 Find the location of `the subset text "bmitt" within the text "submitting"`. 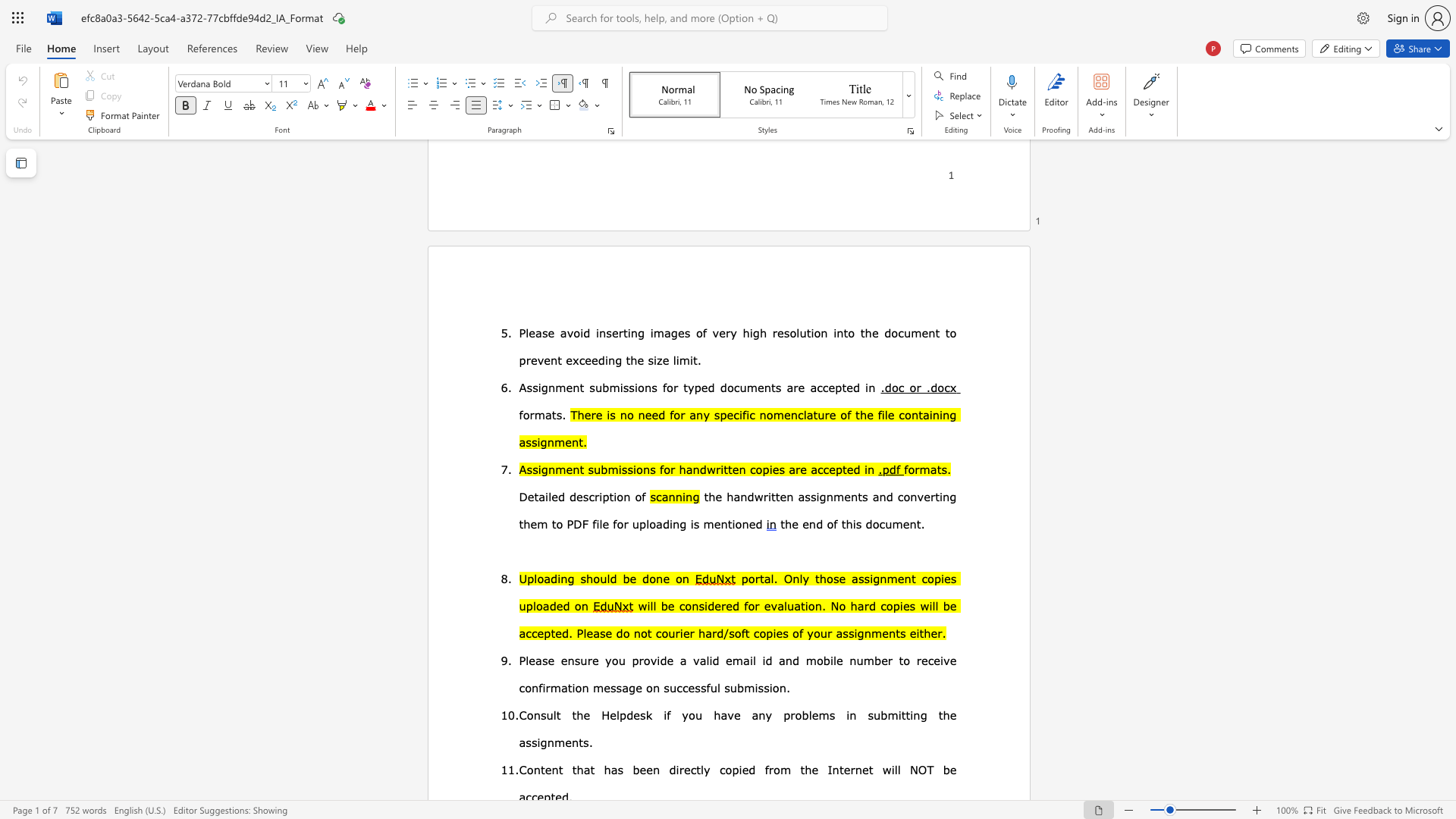

the subset text "bmitt" within the text "submitting" is located at coordinates (880, 714).